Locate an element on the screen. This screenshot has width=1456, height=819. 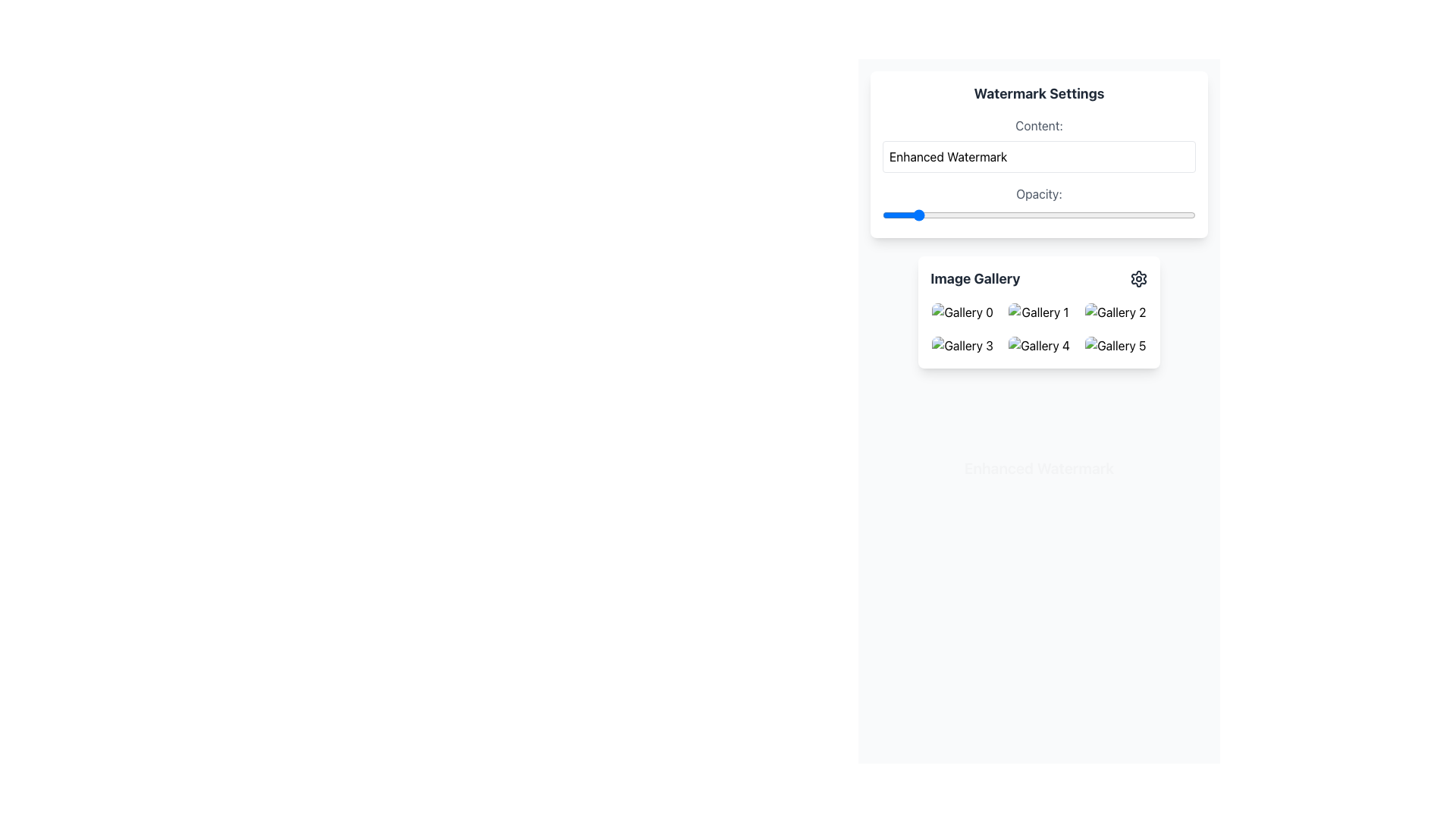
the image in the 'Image Gallery' located in the second row, second column is located at coordinates (1115, 312).